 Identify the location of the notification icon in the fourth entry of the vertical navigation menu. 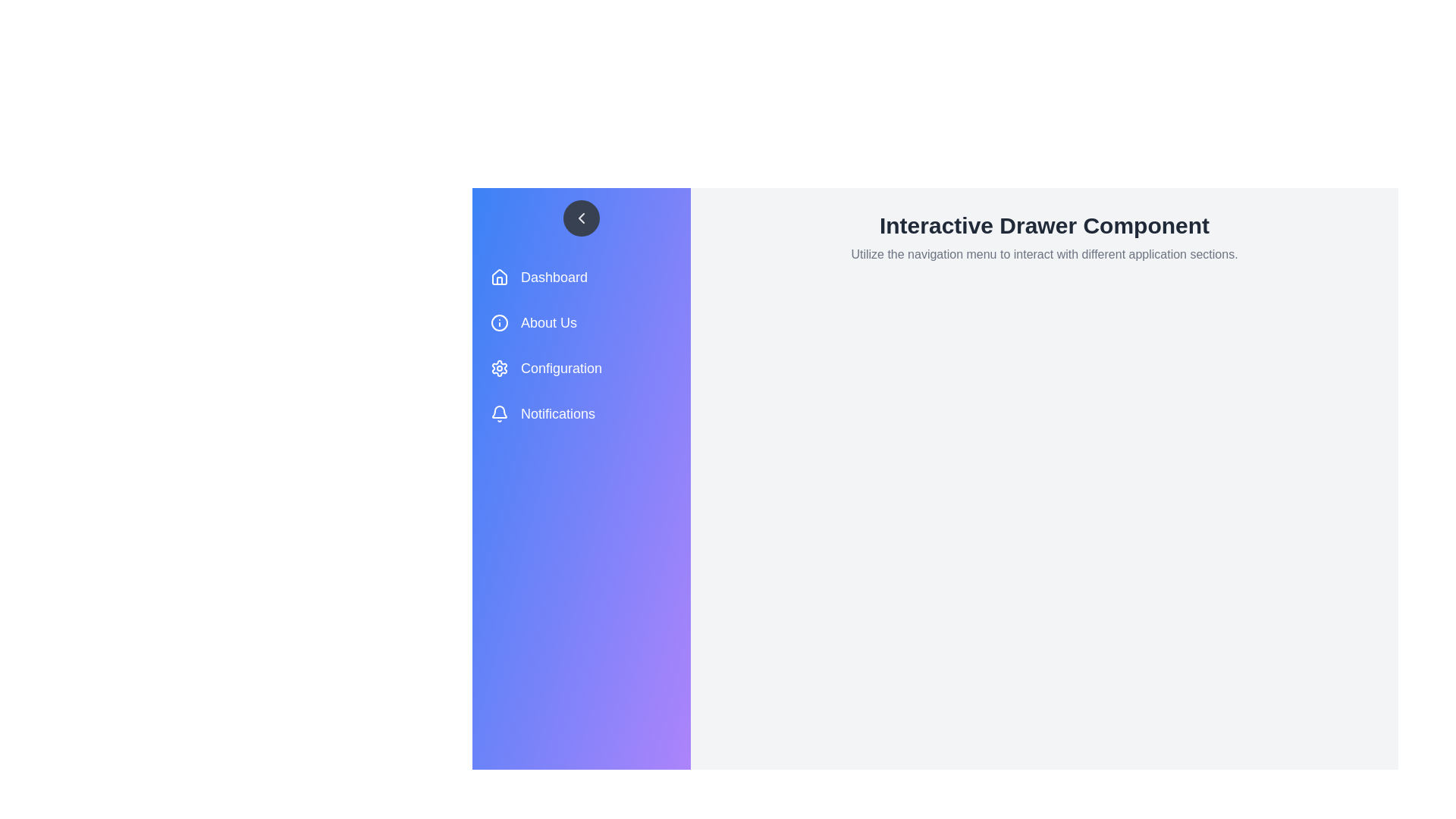
(499, 412).